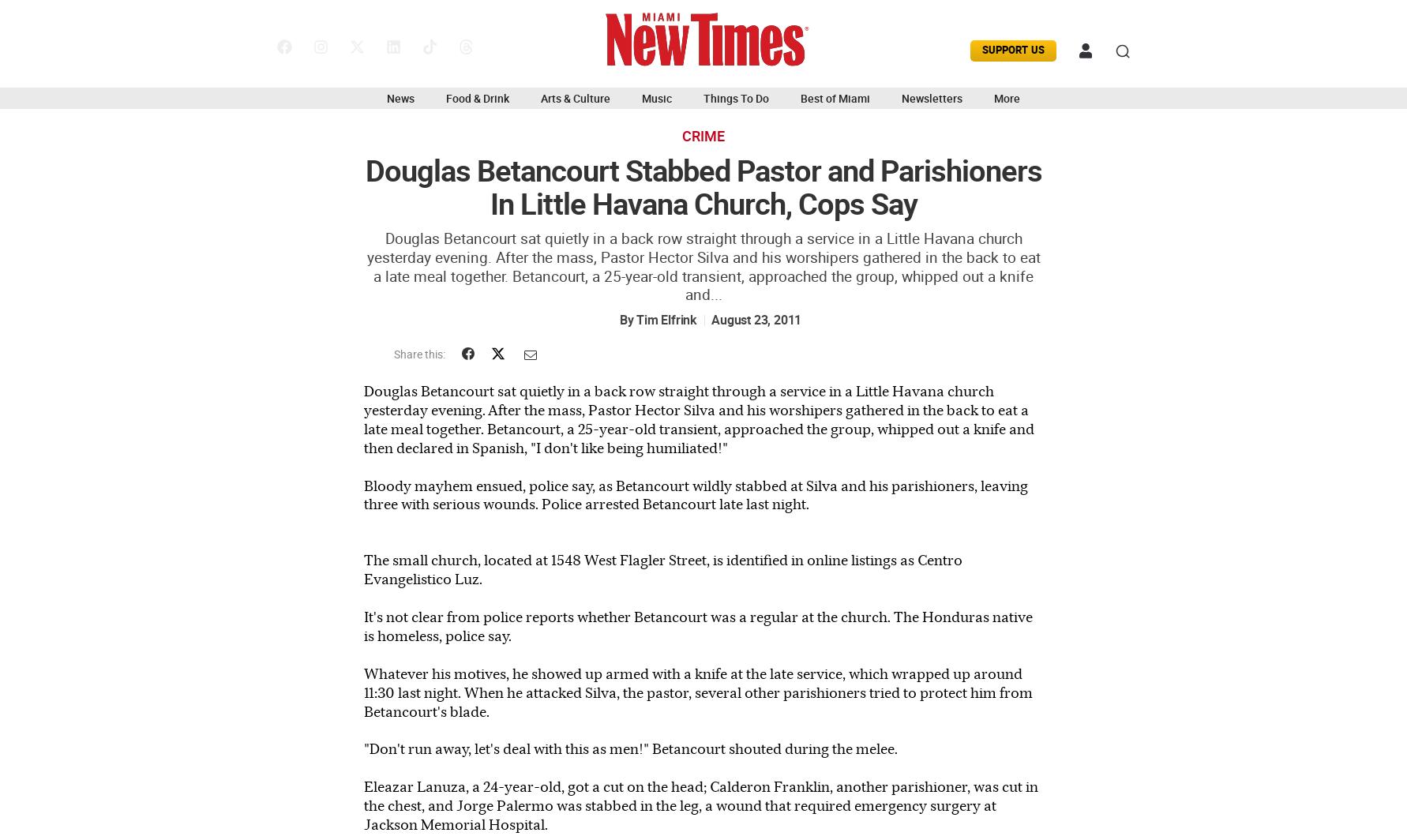  I want to click on 'Best of Miami', so click(834, 99).